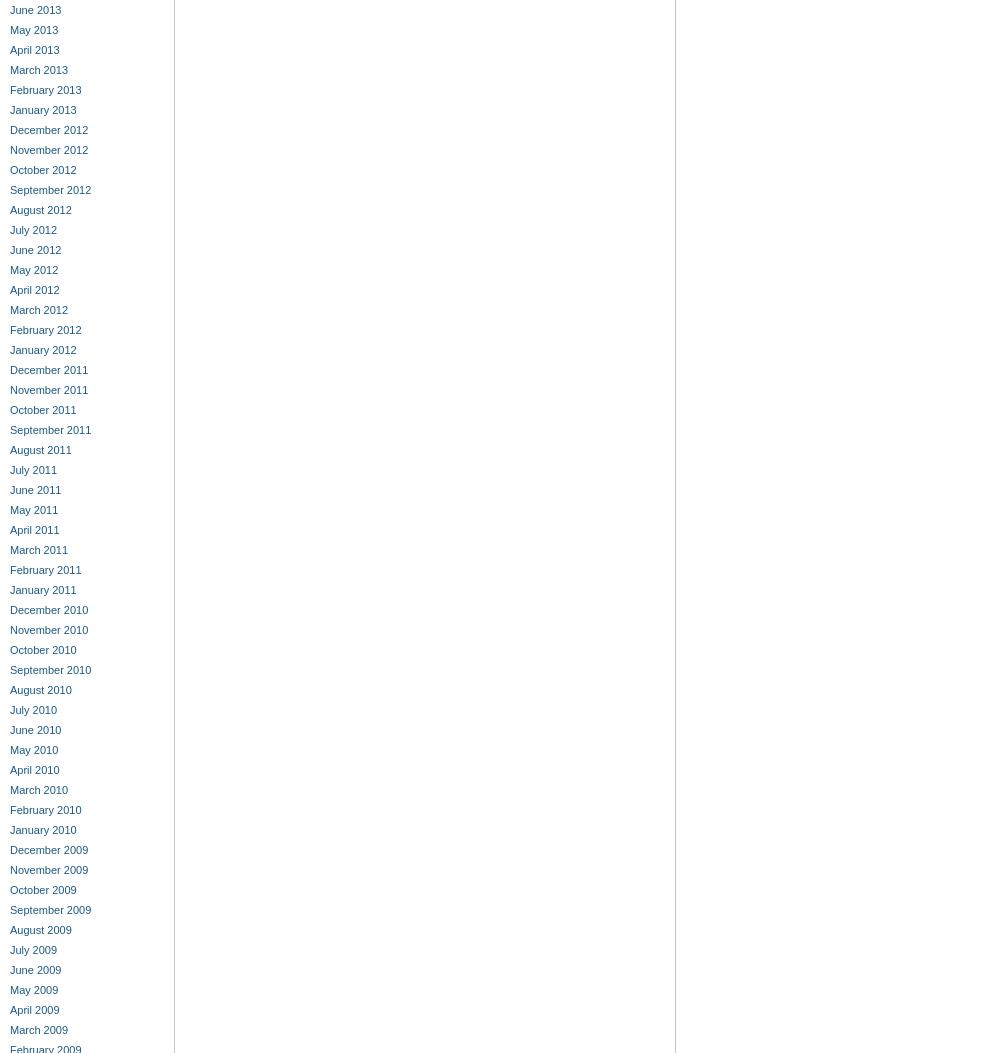 The width and height of the screenshot is (990, 1053). What do you see at coordinates (8, 310) in the screenshot?
I see `'March 2012'` at bounding box center [8, 310].